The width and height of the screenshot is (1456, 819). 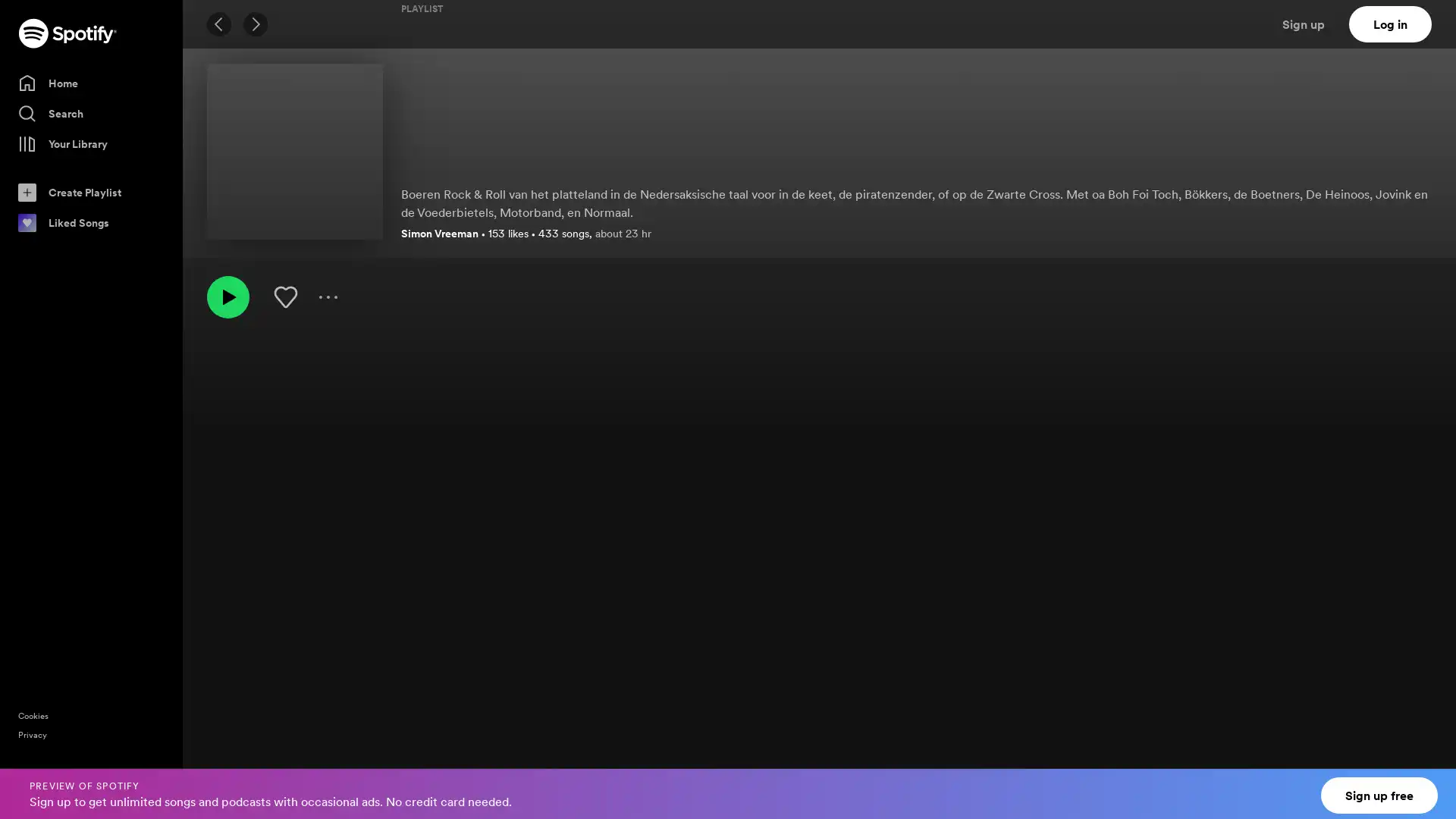 What do you see at coordinates (1379, 795) in the screenshot?
I see `Sign up free` at bounding box center [1379, 795].